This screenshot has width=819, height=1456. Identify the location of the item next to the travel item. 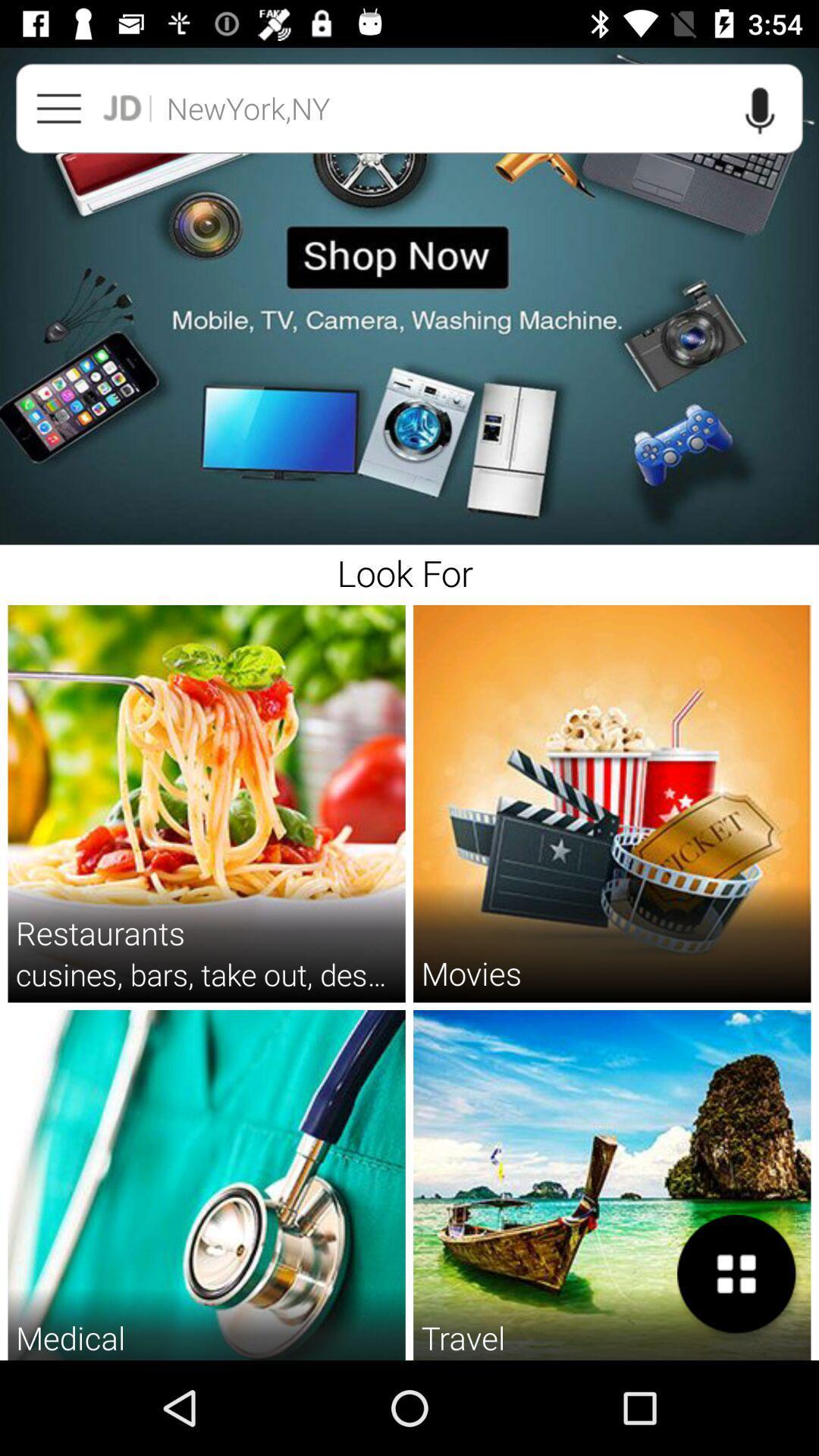
(736, 1274).